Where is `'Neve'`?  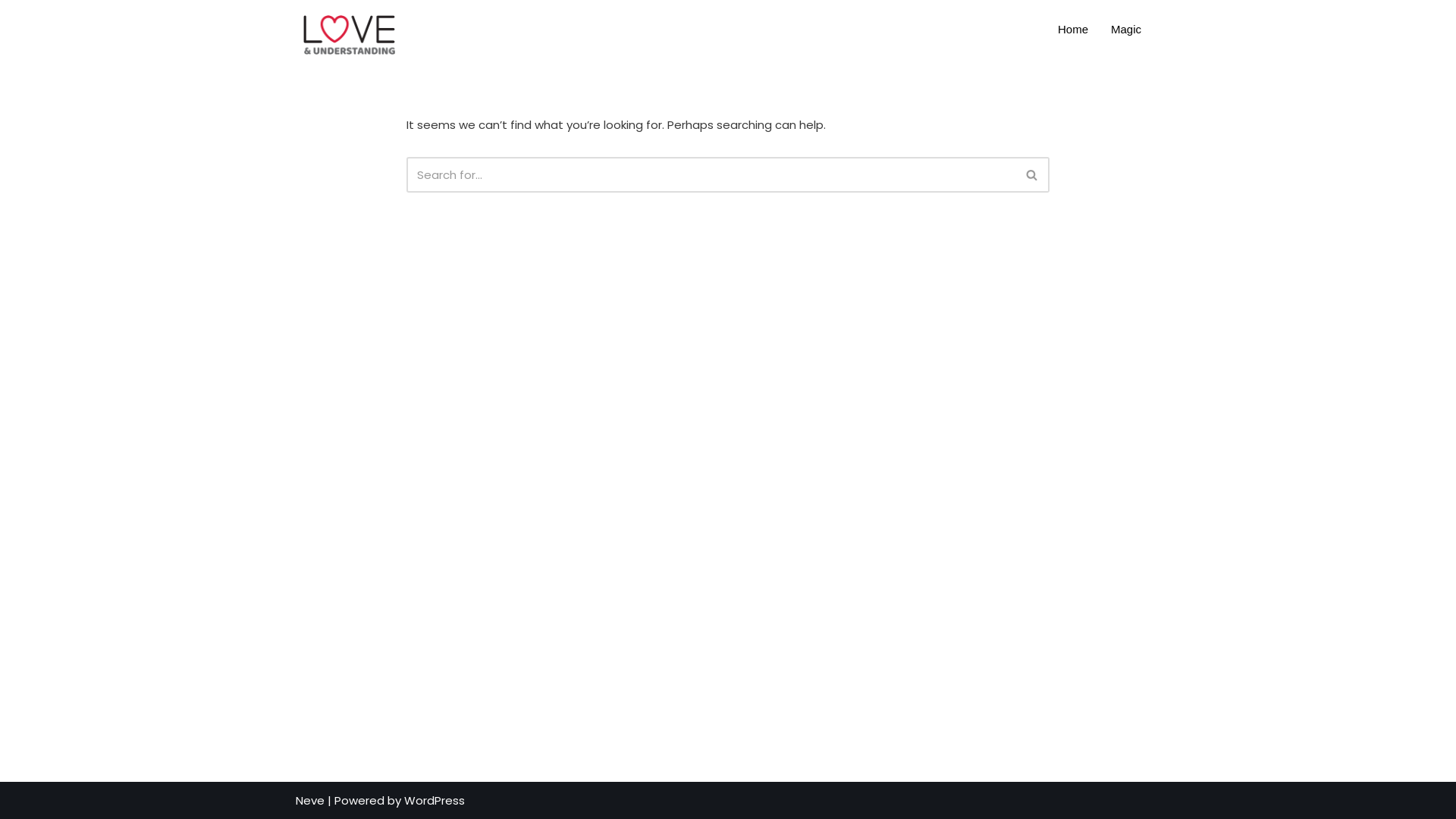
'Neve' is located at coordinates (295, 799).